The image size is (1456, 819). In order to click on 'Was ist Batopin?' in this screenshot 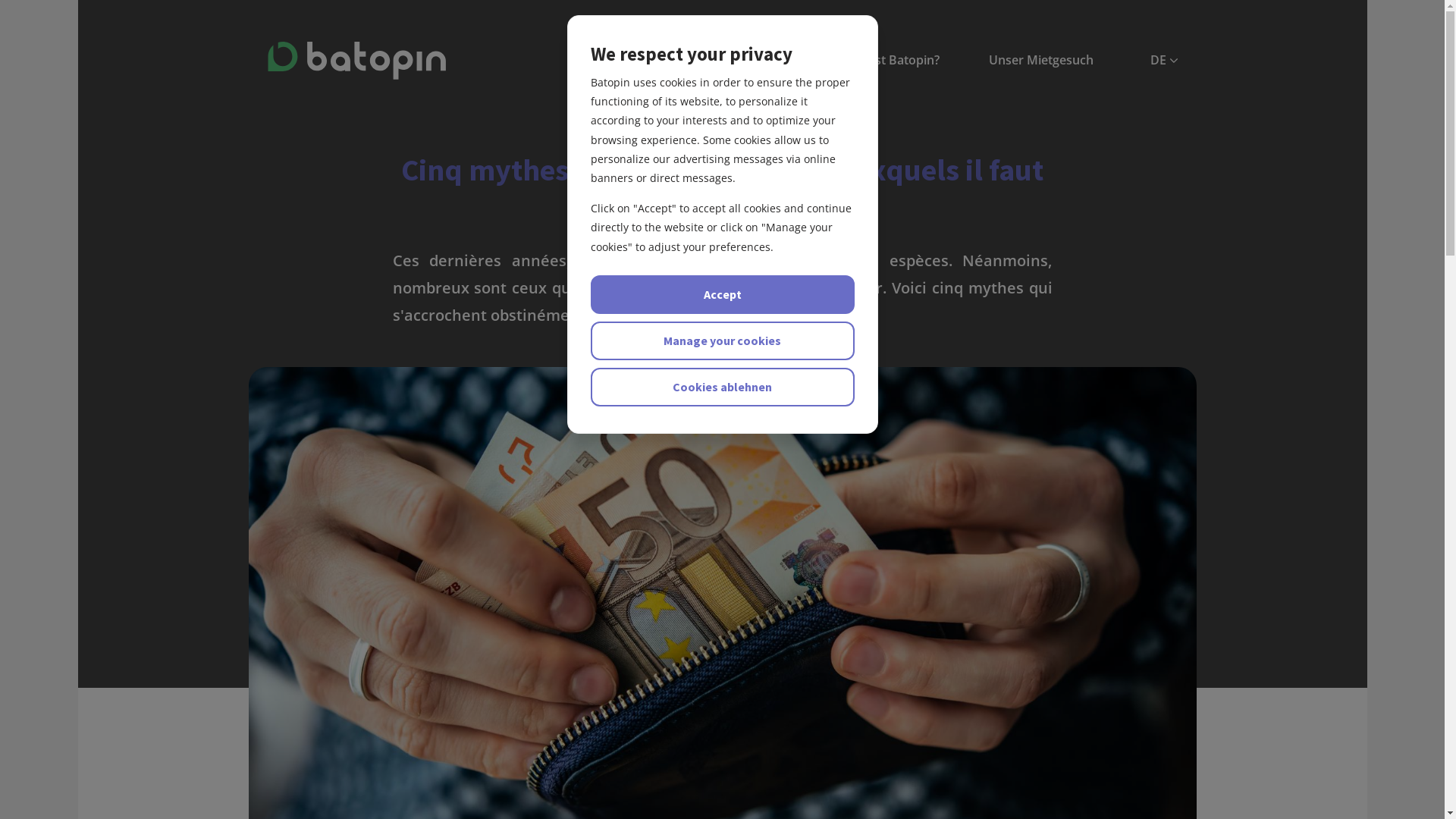, I will do `click(891, 59)`.